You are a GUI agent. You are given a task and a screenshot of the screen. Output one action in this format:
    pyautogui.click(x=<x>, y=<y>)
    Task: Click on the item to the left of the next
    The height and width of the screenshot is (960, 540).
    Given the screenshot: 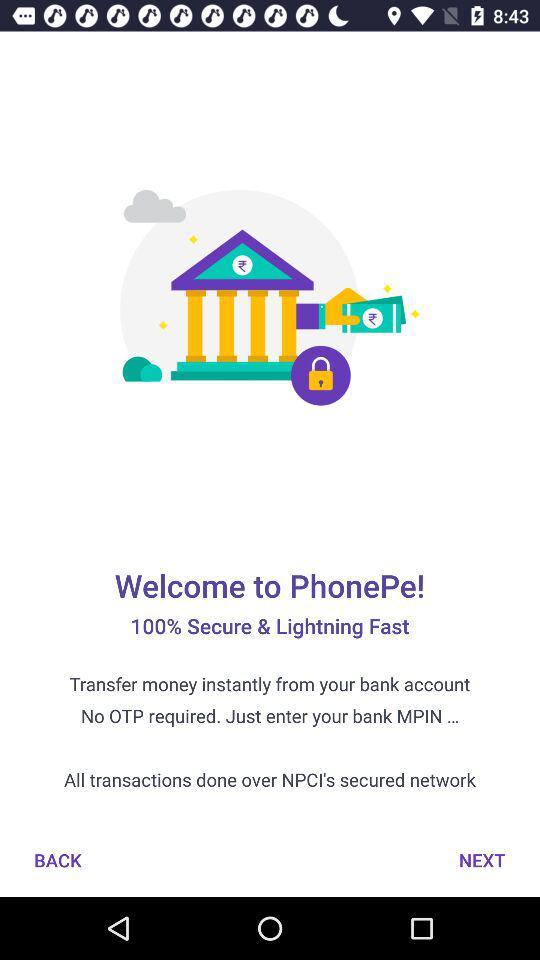 What is the action you would take?
    pyautogui.click(x=57, y=859)
    